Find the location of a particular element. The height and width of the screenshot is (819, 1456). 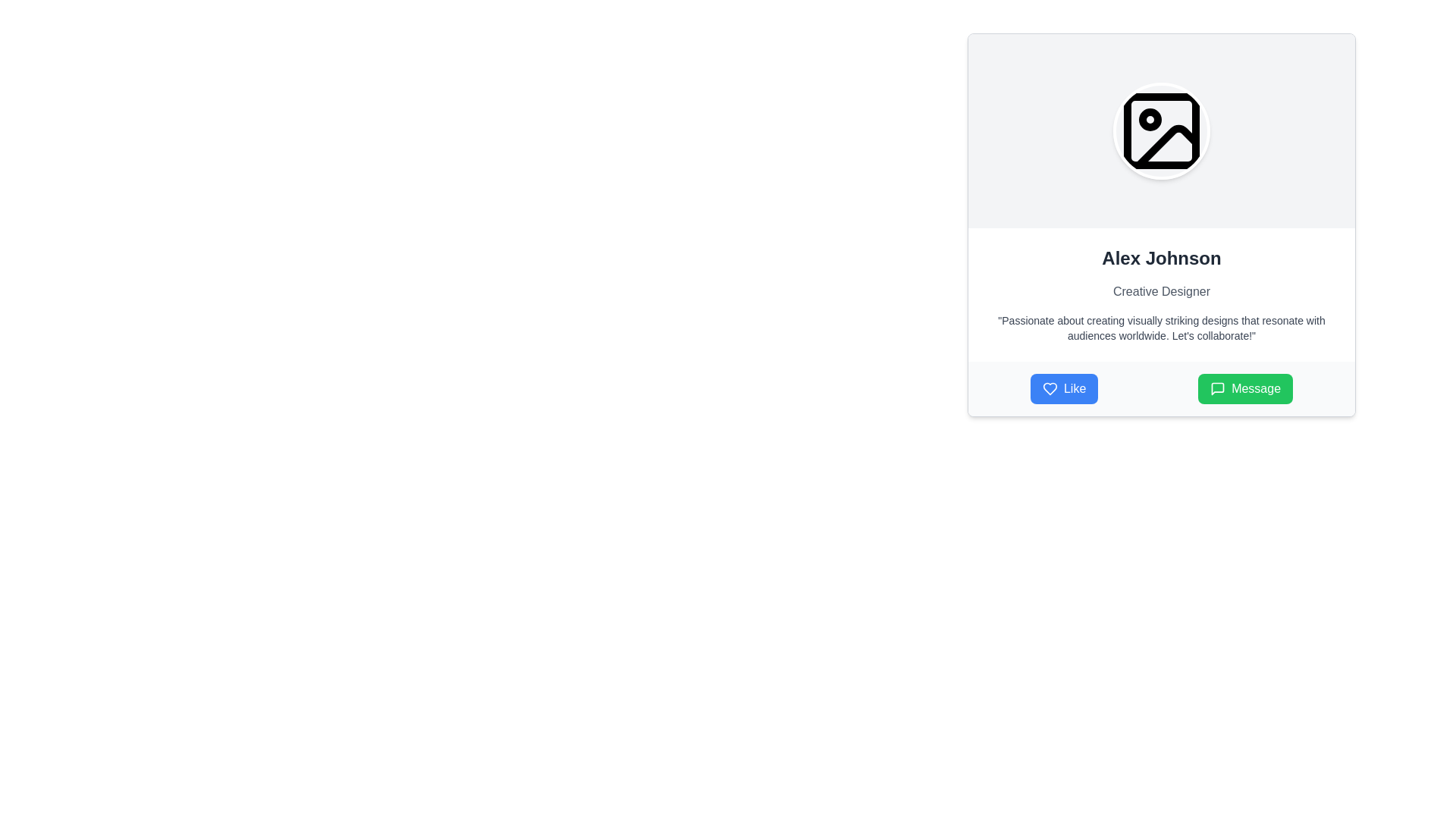

the 'Like' button, which has a blue background, white text, and a heart icon, located in the bottom section of a card-like component is located at coordinates (1063, 388).